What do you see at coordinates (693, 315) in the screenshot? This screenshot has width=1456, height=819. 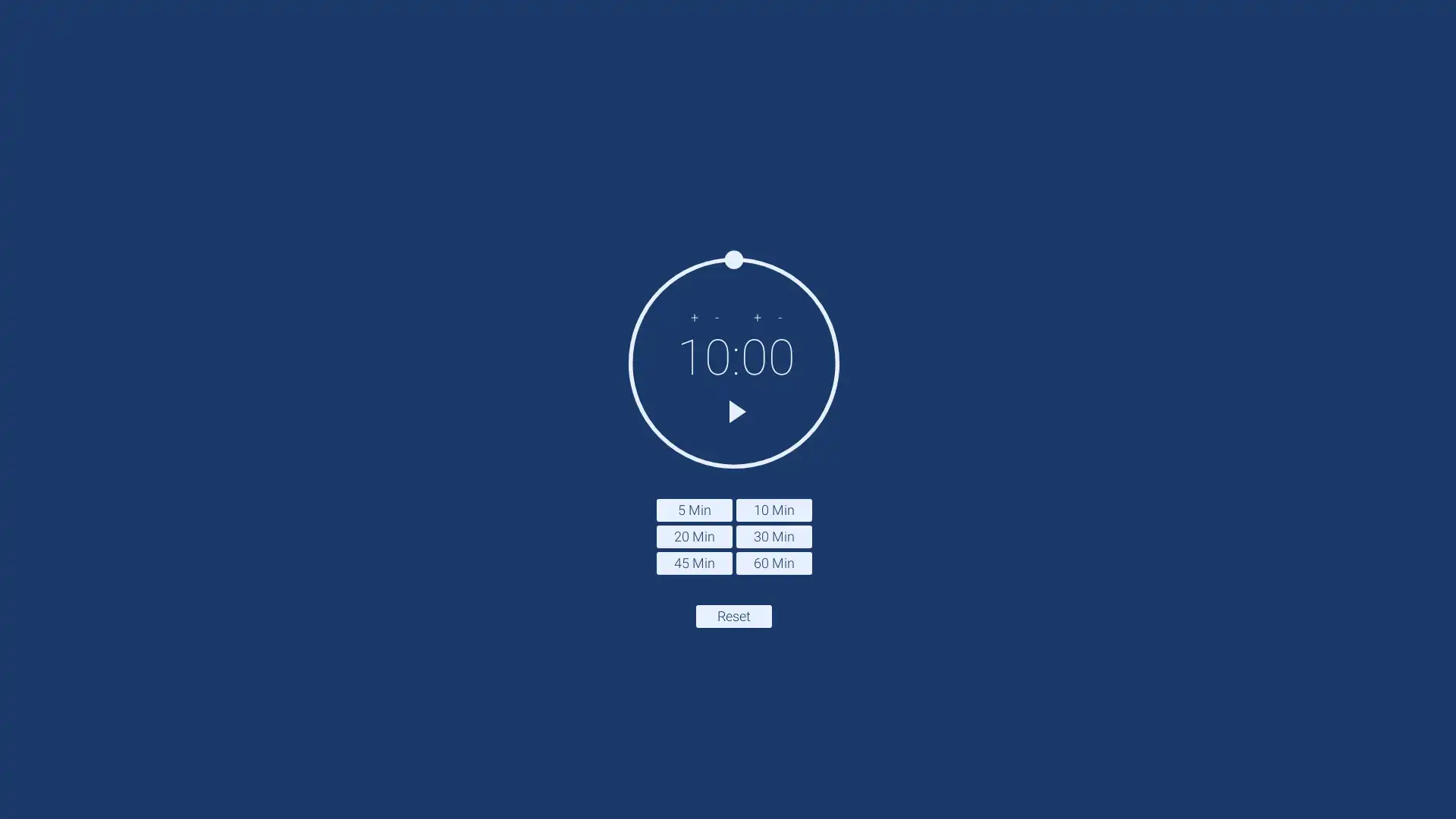 I see `+` at bounding box center [693, 315].